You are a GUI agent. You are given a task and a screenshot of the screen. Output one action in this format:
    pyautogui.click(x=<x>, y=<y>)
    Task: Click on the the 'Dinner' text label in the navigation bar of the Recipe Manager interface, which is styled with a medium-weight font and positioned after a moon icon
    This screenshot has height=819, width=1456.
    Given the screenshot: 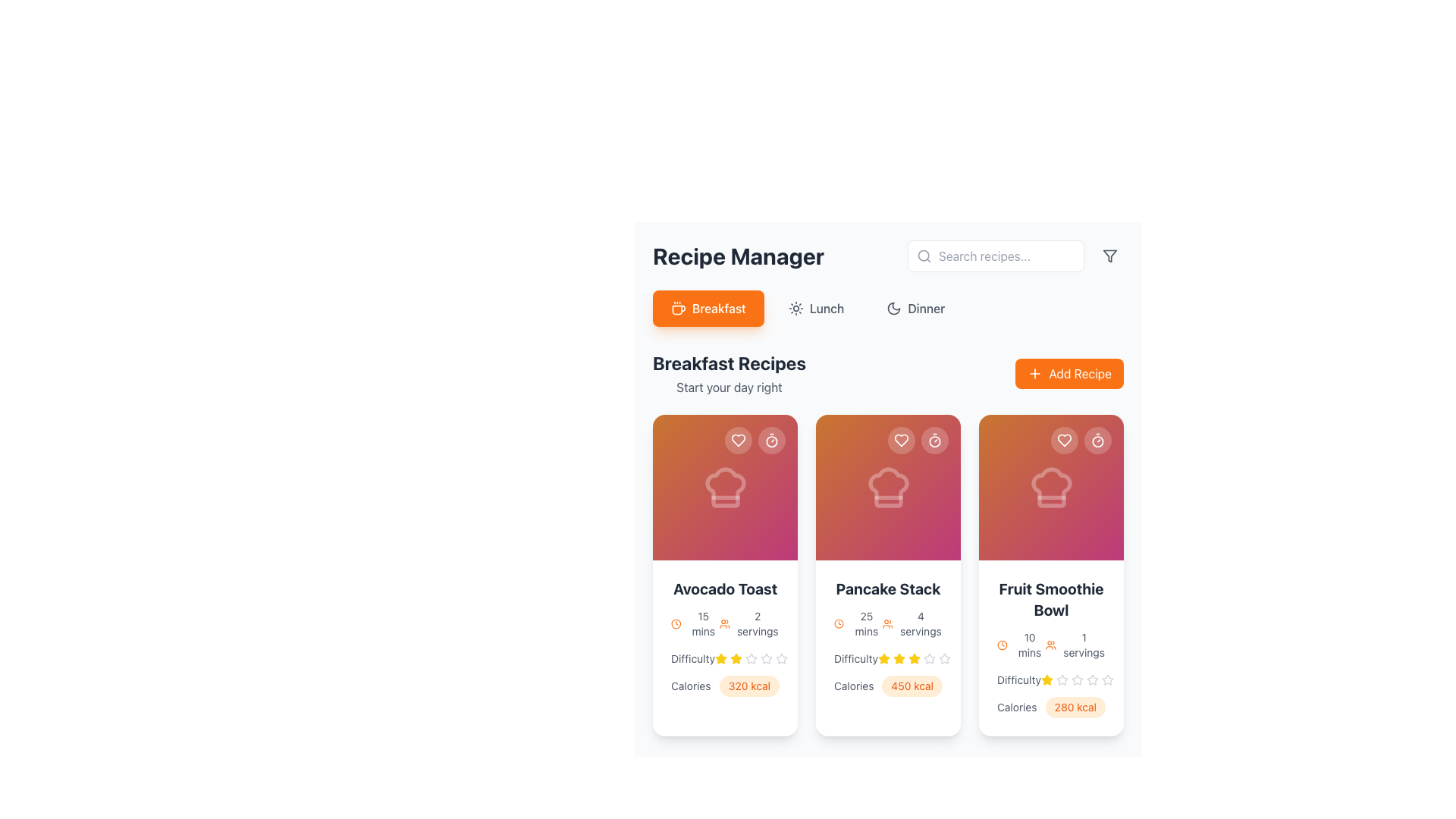 What is the action you would take?
    pyautogui.click(x=925, y=308)
    